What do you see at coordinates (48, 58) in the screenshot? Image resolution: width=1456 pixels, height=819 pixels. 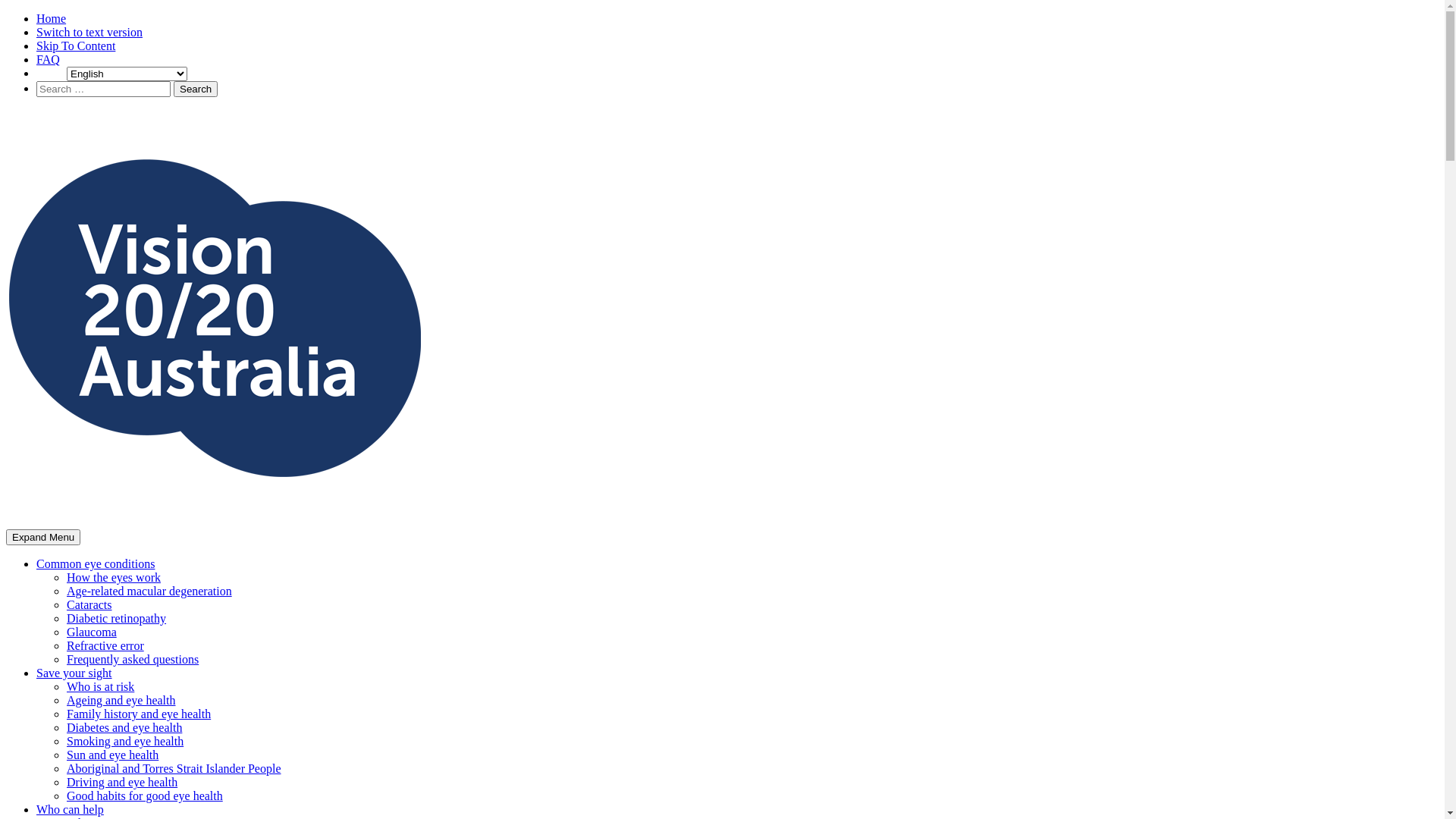 I see `'FAQ'` at bounding box center [48, 58].